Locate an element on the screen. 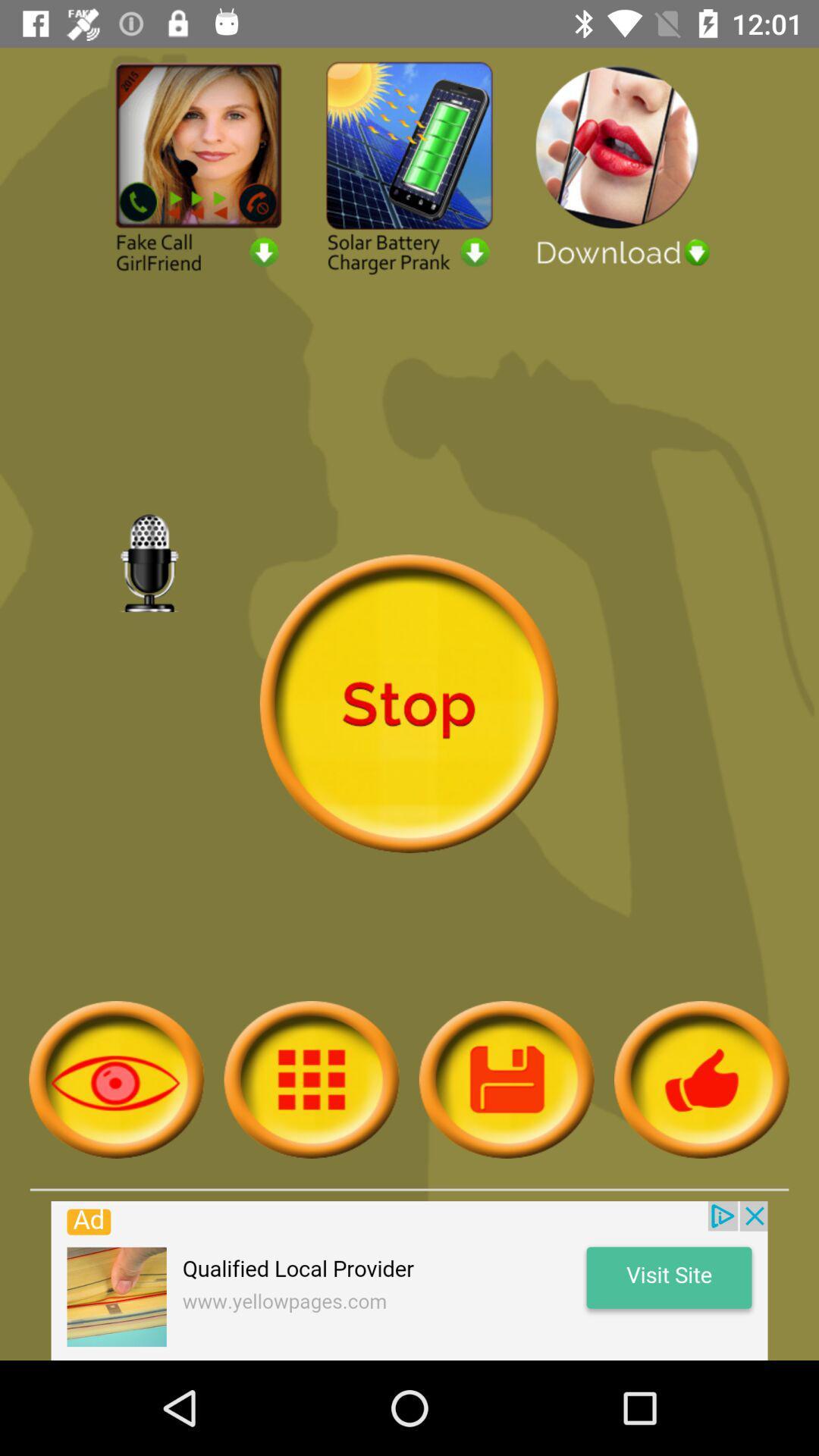 The image size is (819, 1456). download app is located at coordinates (620, 166).